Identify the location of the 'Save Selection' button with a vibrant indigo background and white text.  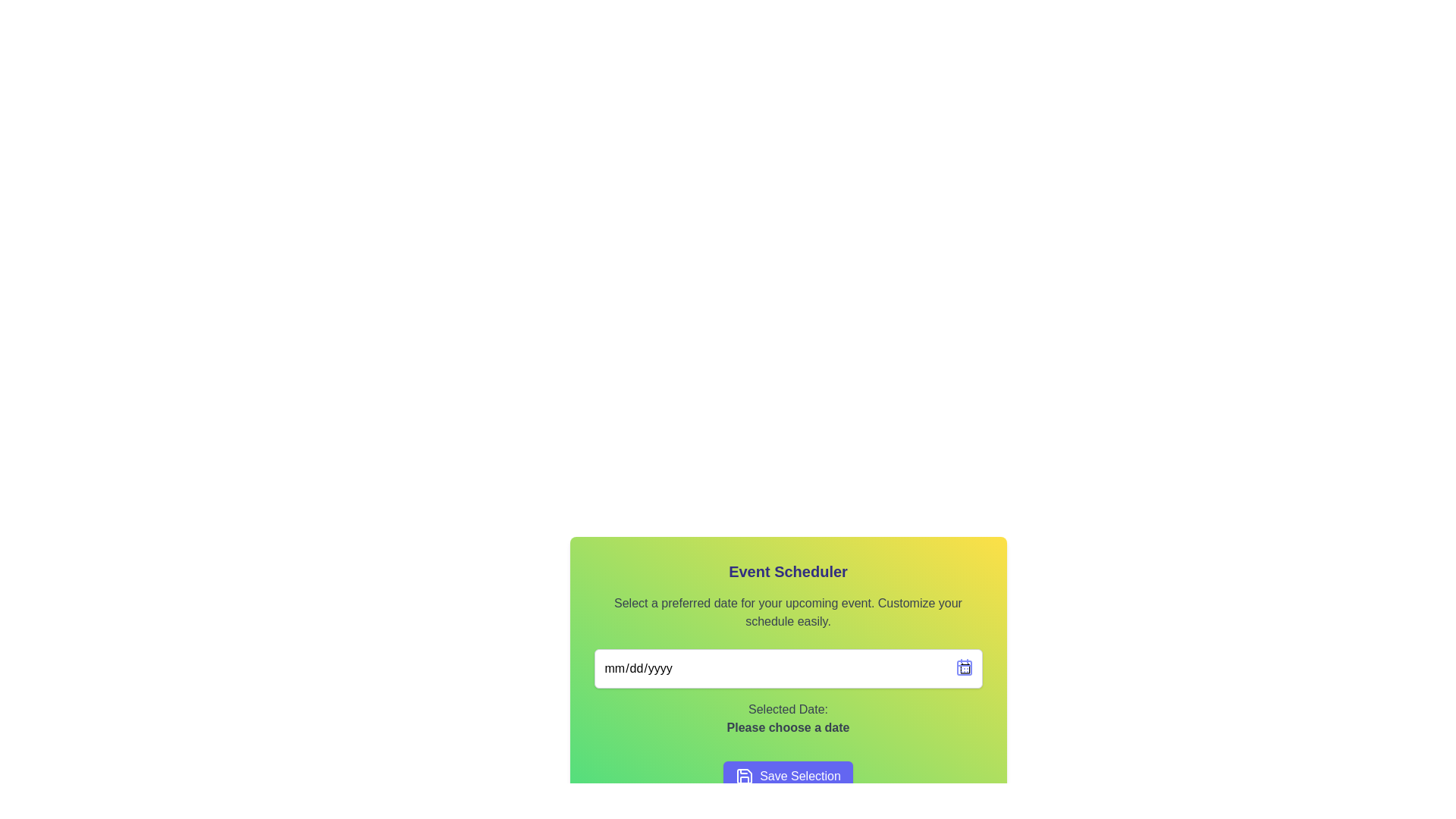
(788, 776).